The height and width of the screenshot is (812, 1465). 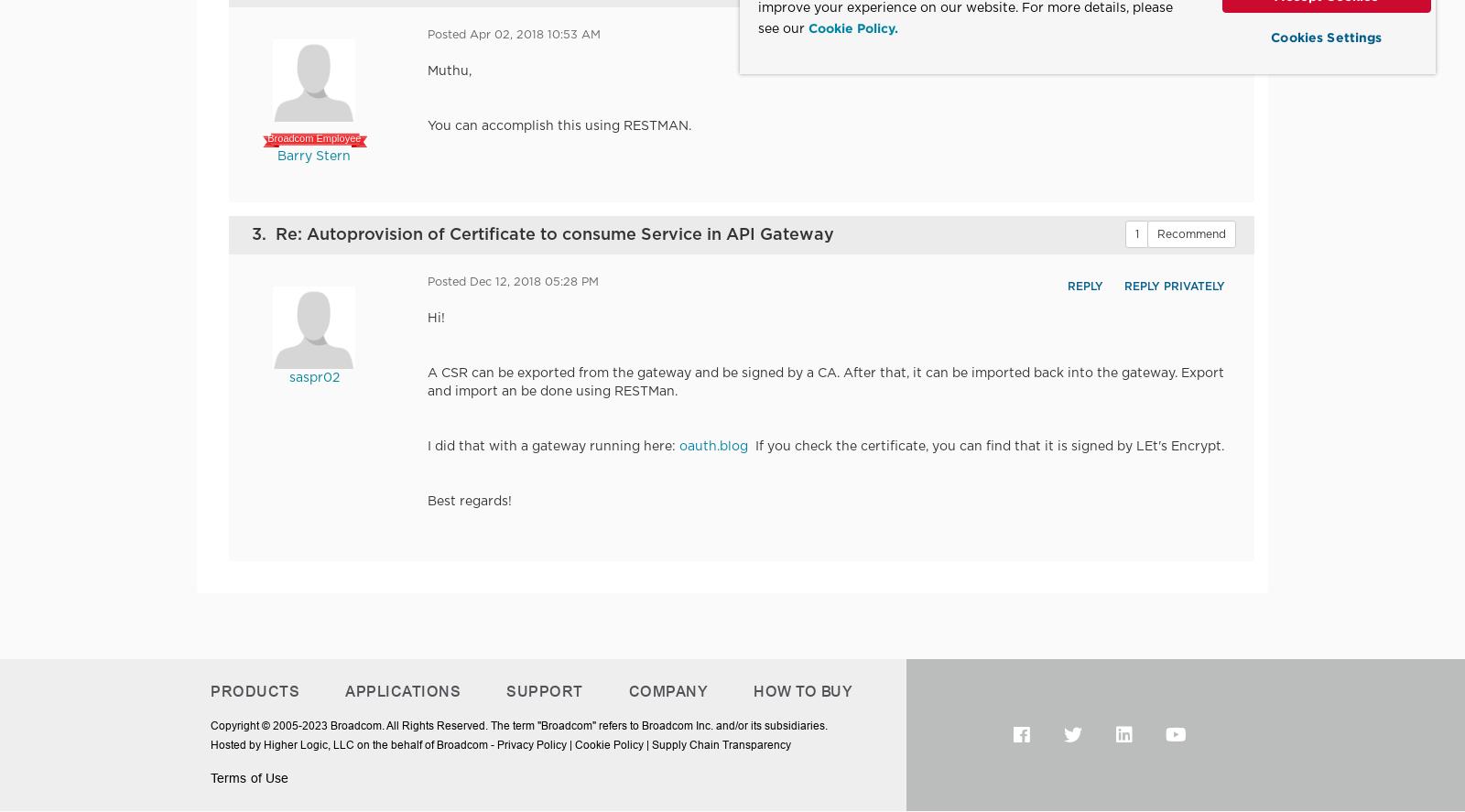 I want to click on 'Support', so click(x=543, y=690).